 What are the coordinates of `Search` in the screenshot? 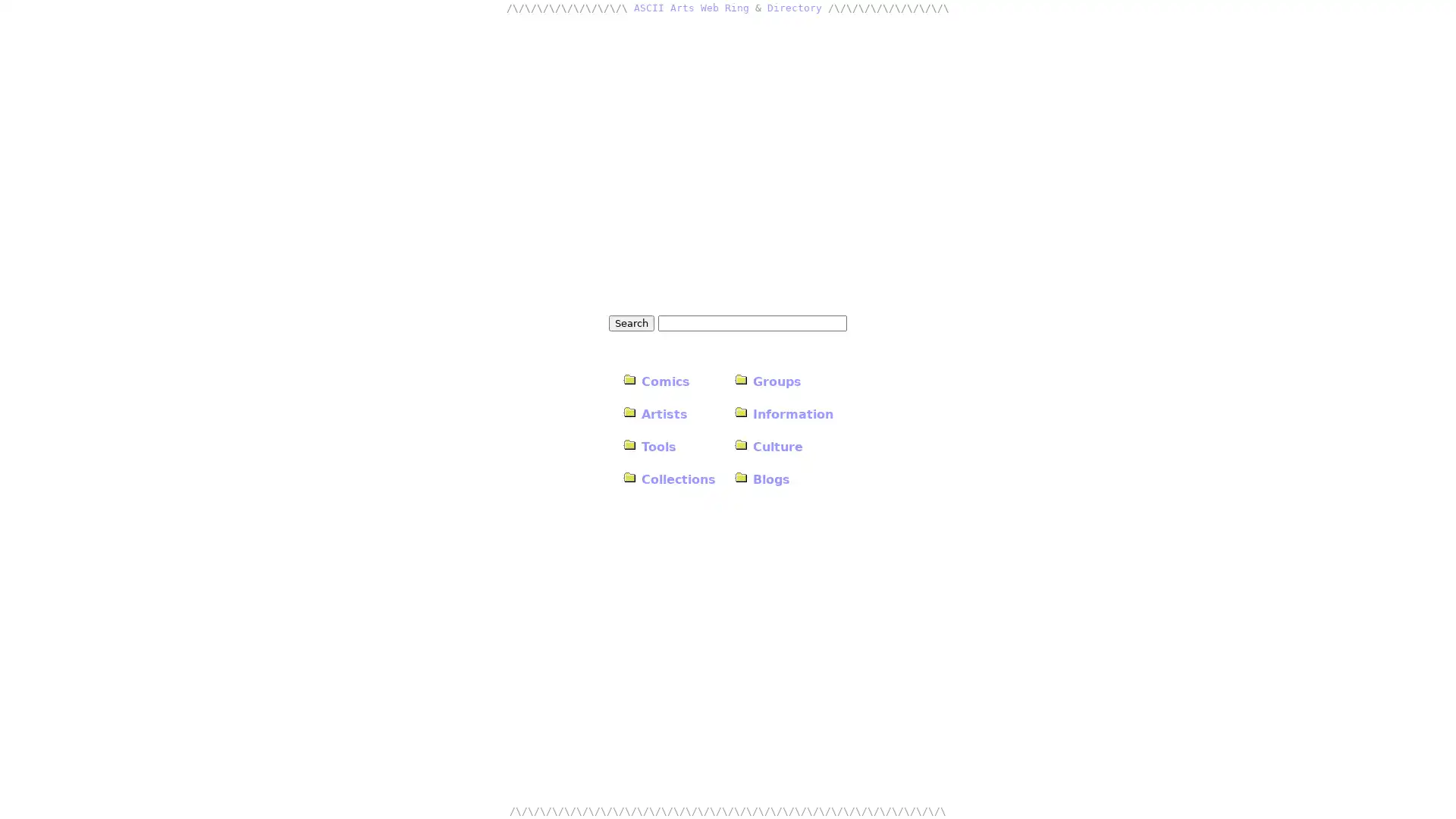 It's located at (632, 322).